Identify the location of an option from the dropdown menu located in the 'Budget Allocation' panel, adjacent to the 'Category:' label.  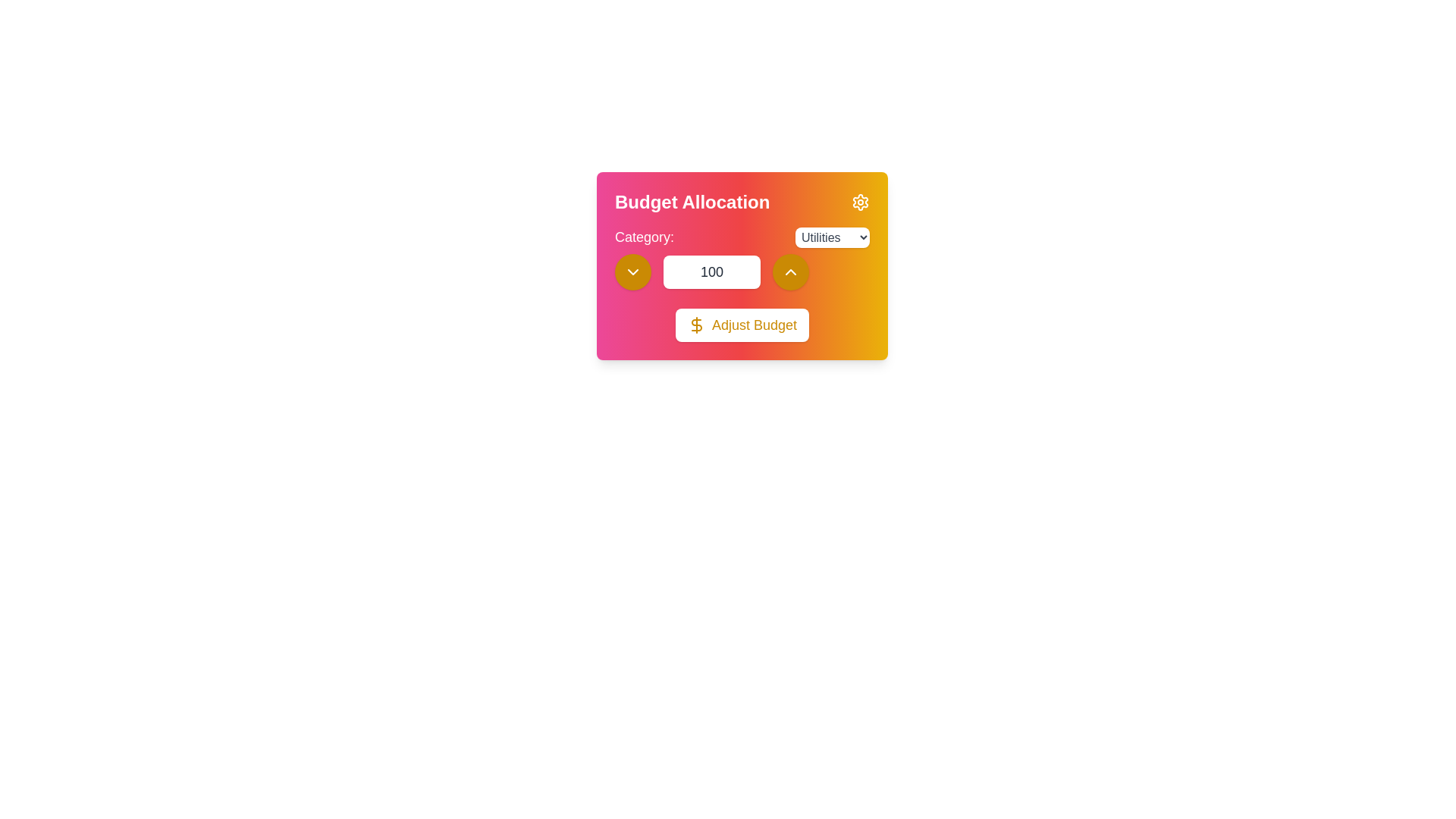
(832, 237).